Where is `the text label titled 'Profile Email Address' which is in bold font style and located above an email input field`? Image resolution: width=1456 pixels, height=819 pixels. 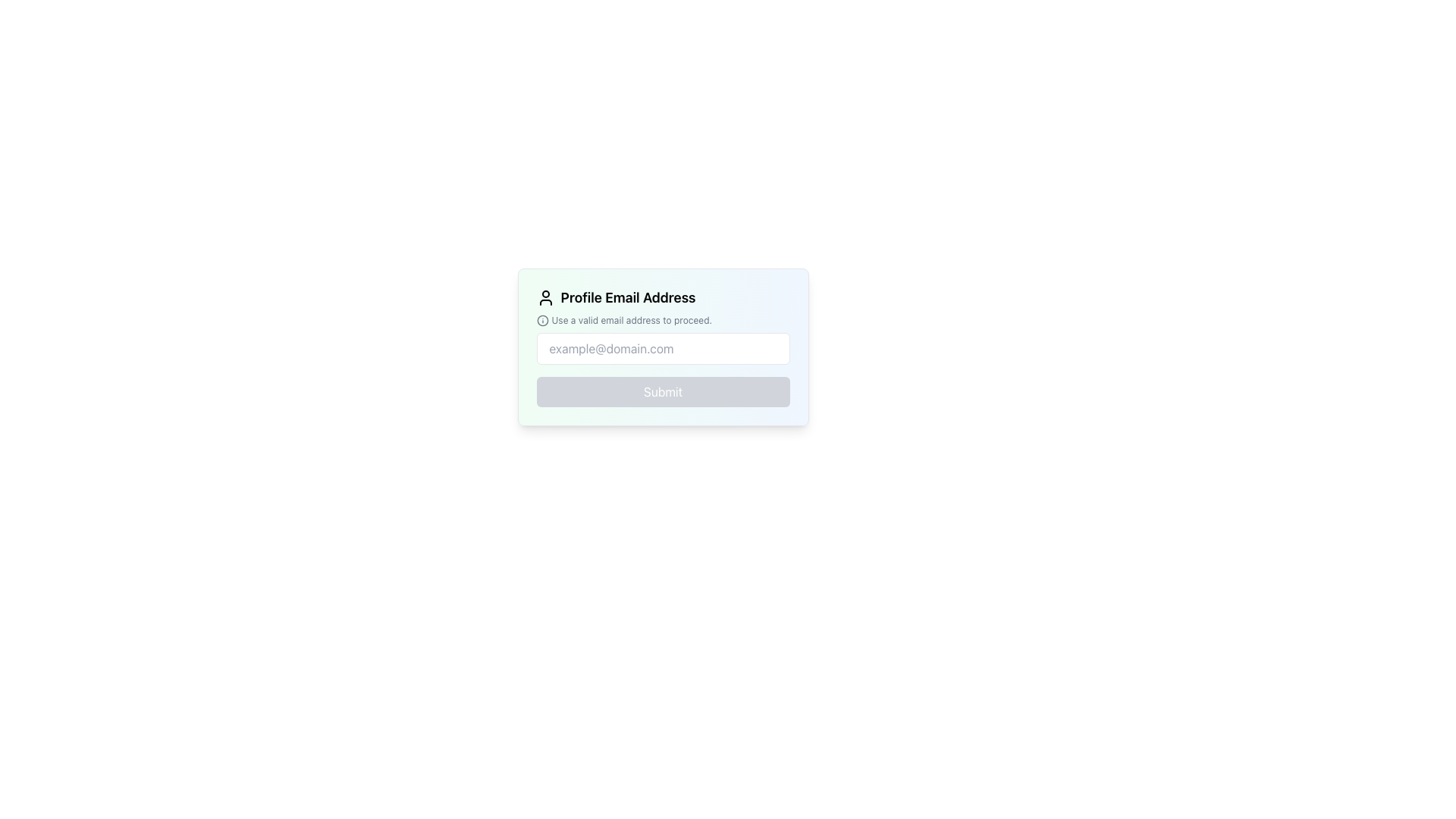
the text label titled 'Profile Email Address' which is in bold font style and located above an email input field is located at coordinates (663, 298).